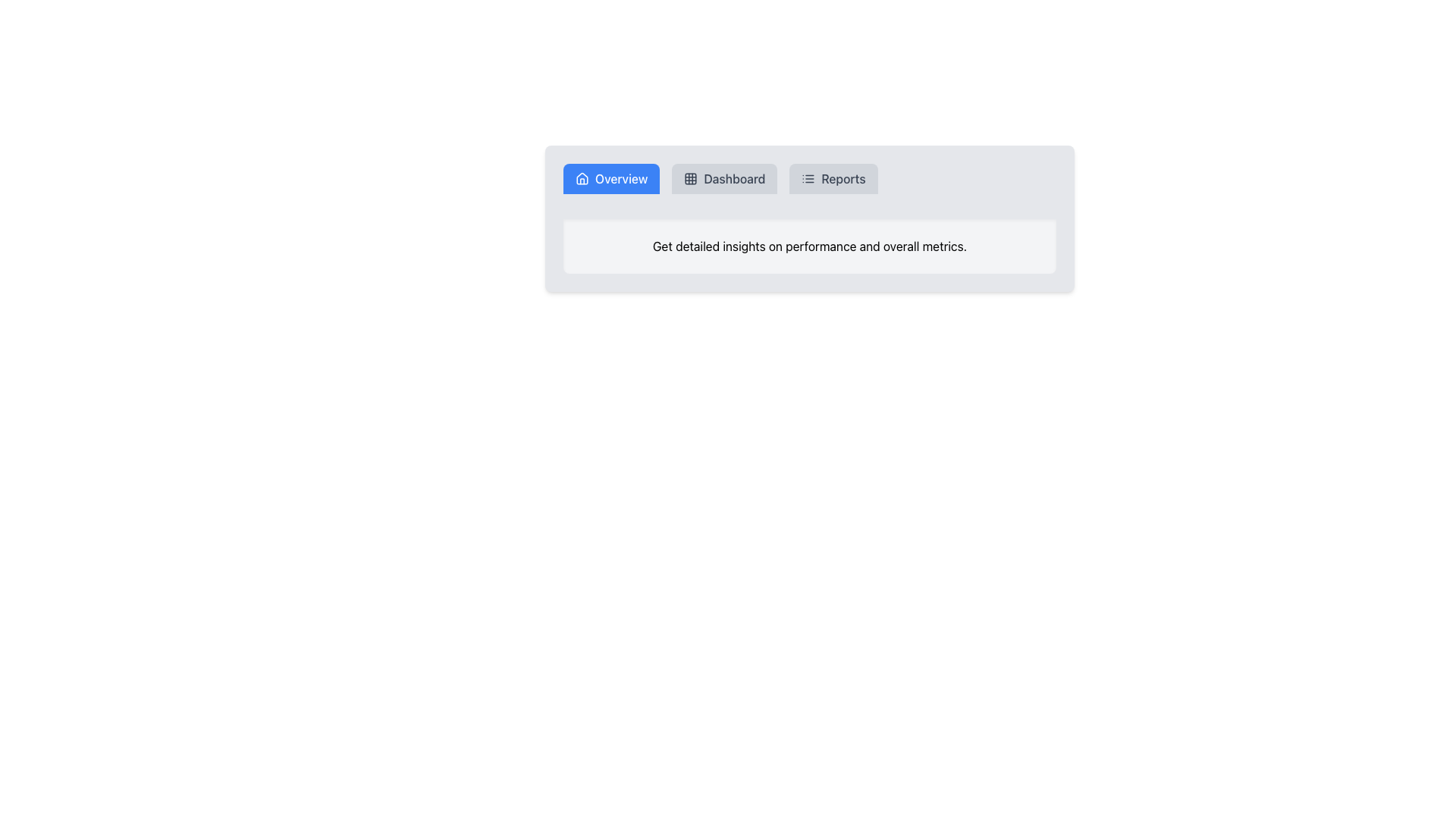 The image size is (1456, 819). I want to click on the SVG Icon that represents the 'Overview' button, located at the top-left corner of the menu bar, so click(582, 177).